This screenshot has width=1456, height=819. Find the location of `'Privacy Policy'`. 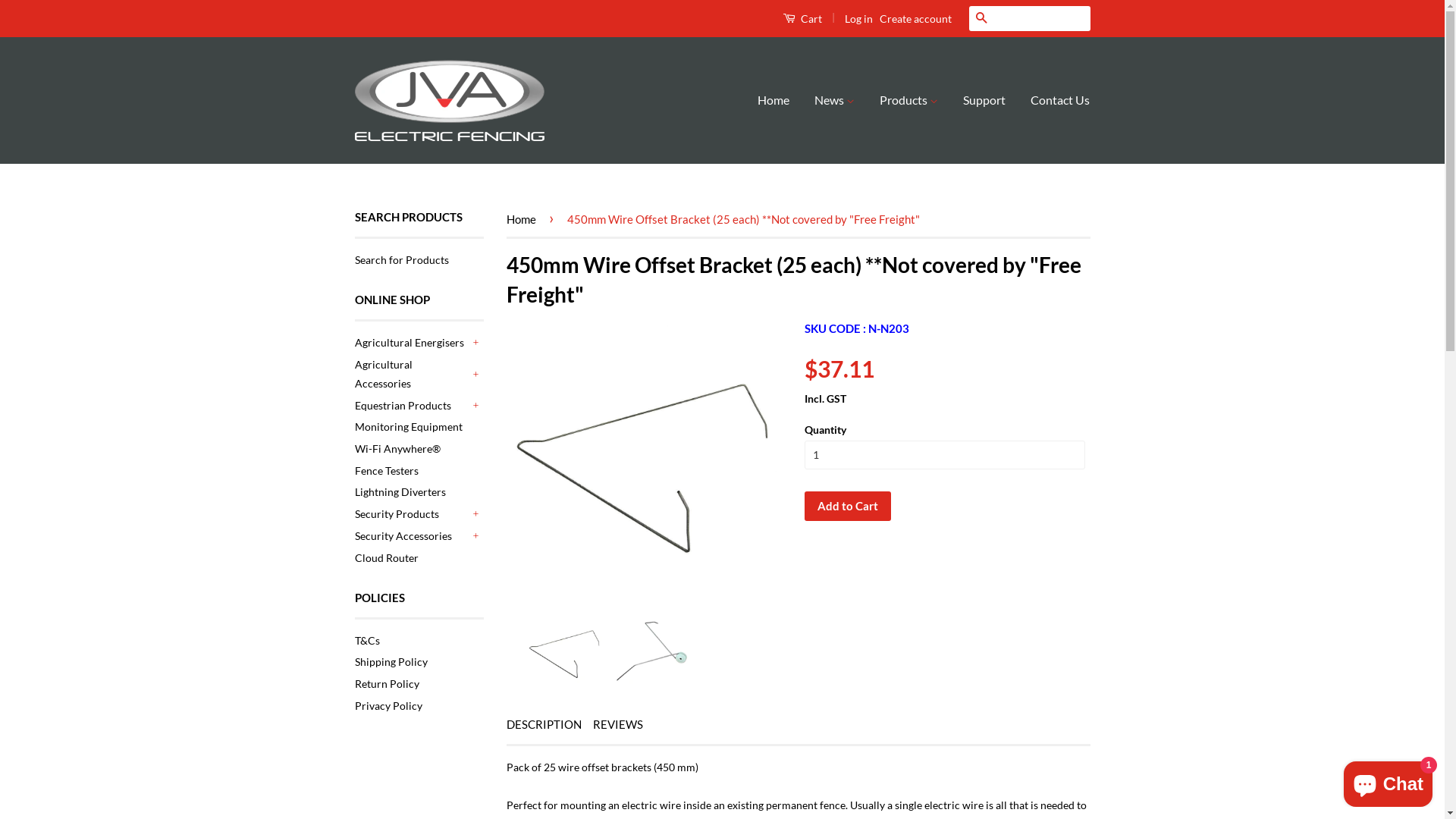

'Privacy Policy' is located at coordinates (353, 705).